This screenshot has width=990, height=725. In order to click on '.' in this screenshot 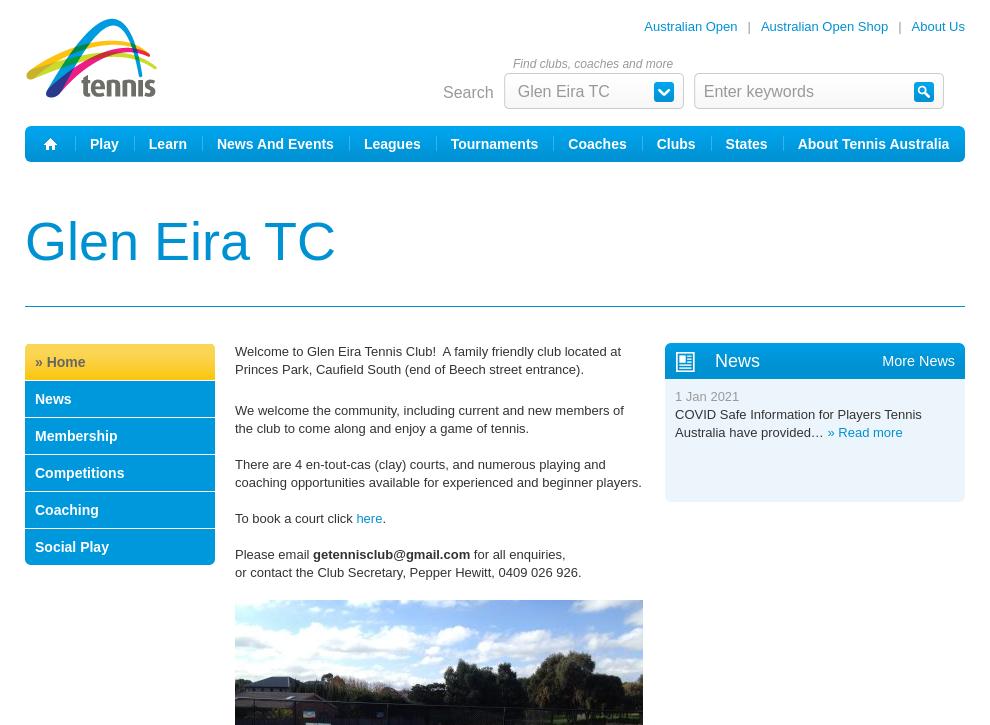, I will do `click(384, 518)`.